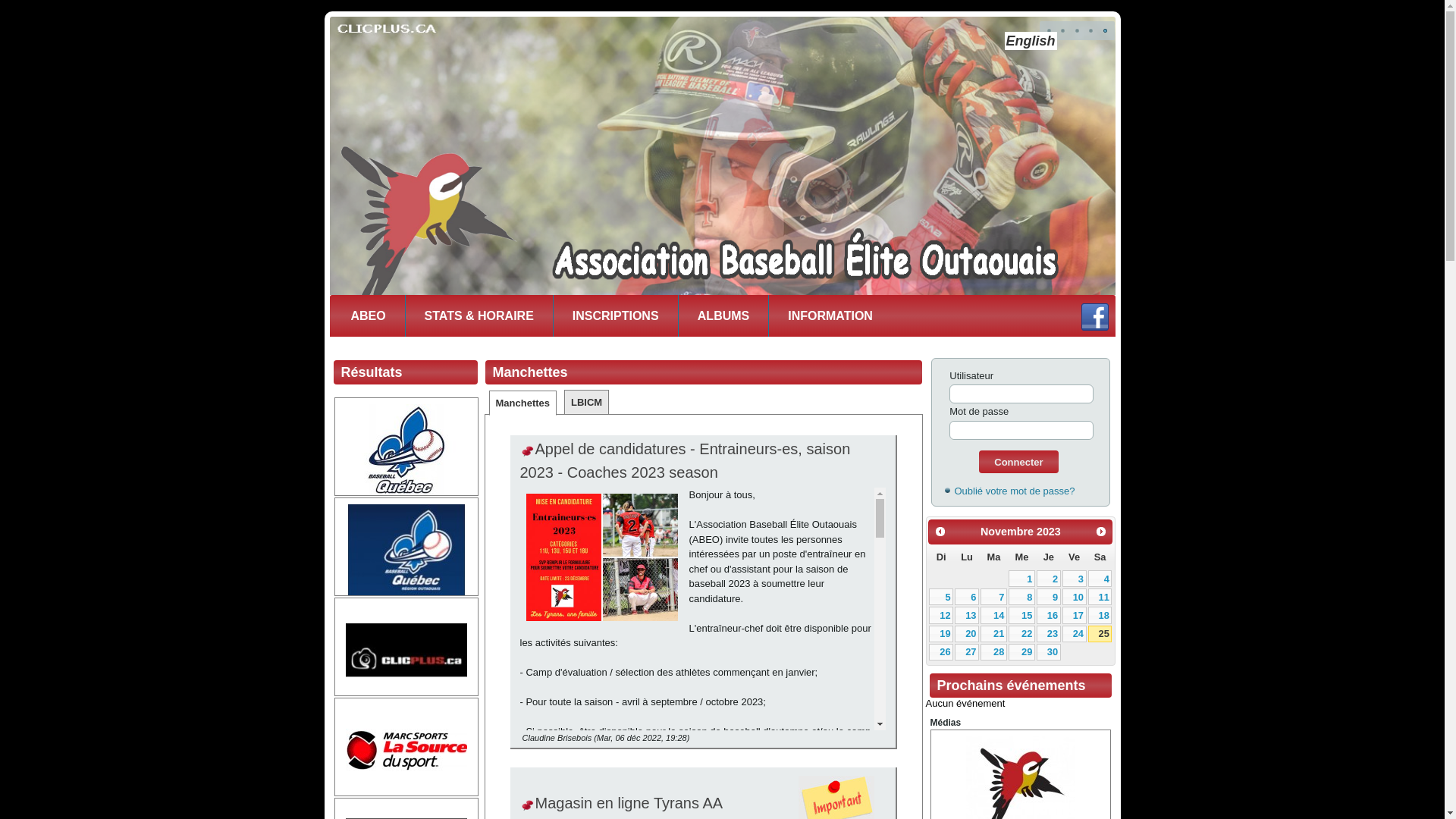 This screenshot has height=819, width=1456. Describe the element at coordinates (1087, 614) in the screenshot. I see `'18'` at that location.